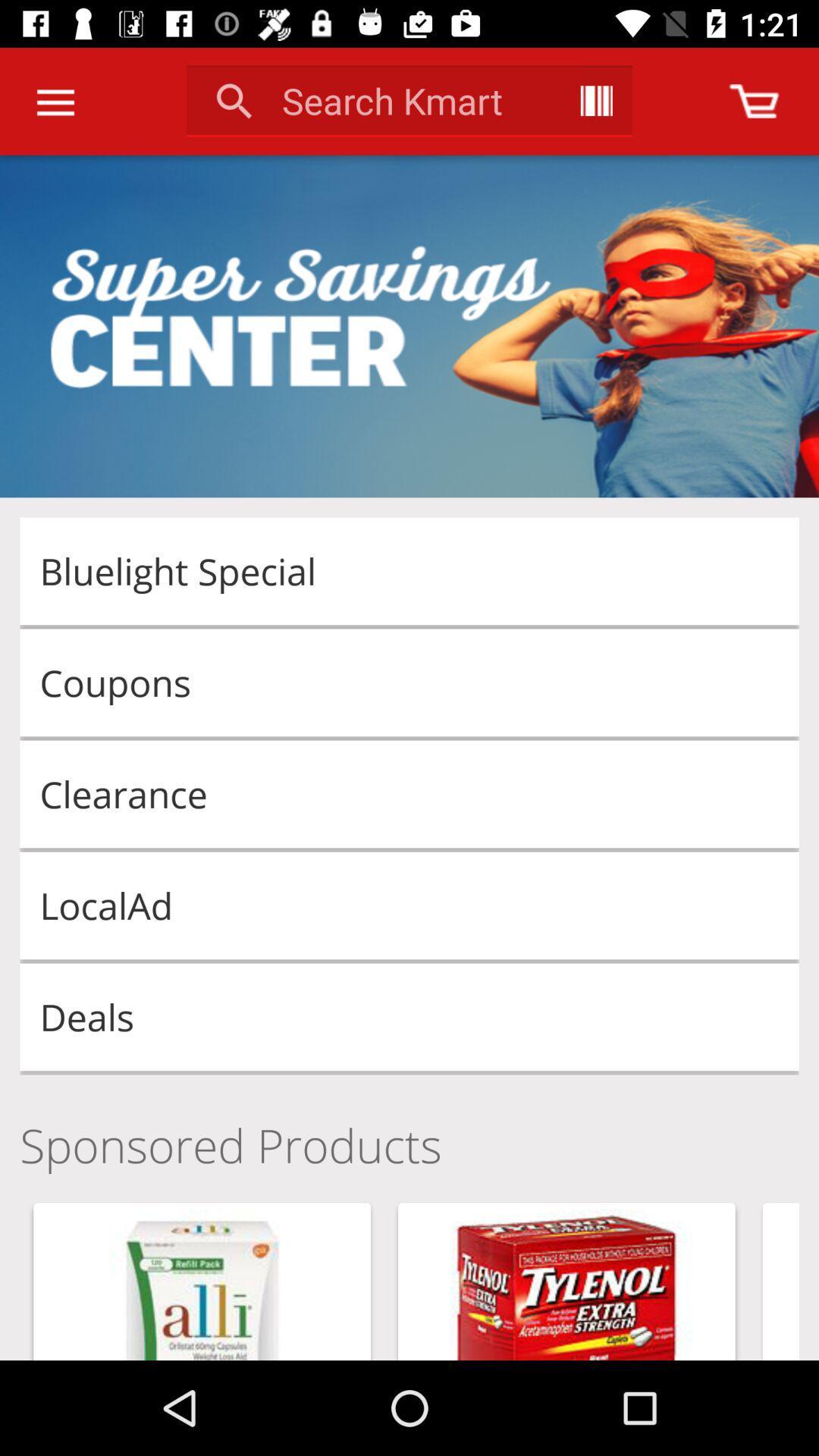 The image size is (819, 1456). I want to click on shopping cart, so click(754, 100).